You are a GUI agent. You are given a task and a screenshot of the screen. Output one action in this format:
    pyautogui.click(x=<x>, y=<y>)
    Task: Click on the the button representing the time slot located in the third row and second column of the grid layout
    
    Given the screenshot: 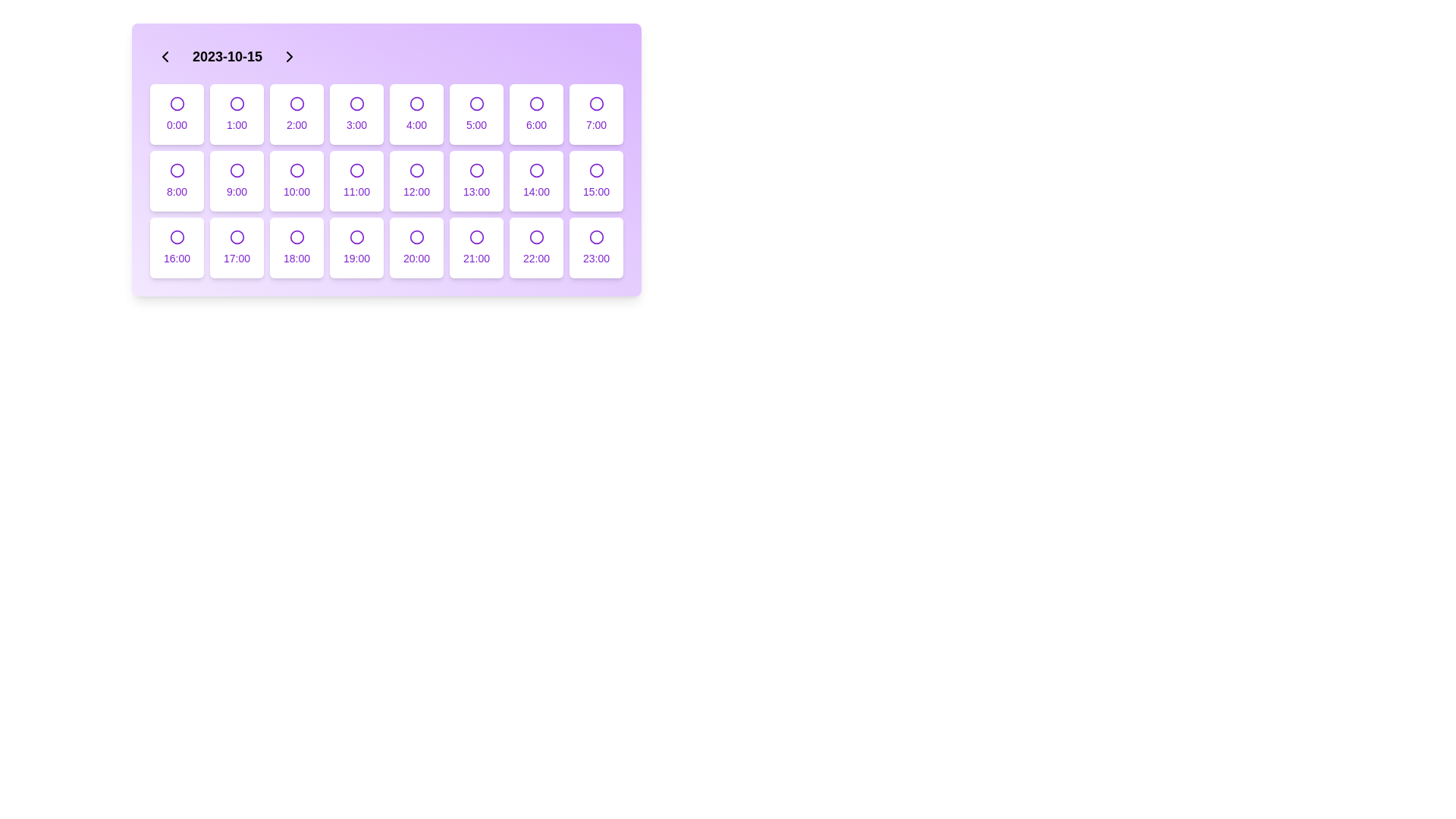 What is the action you would take?
    pyautogui.click(x=236, y=180)
    